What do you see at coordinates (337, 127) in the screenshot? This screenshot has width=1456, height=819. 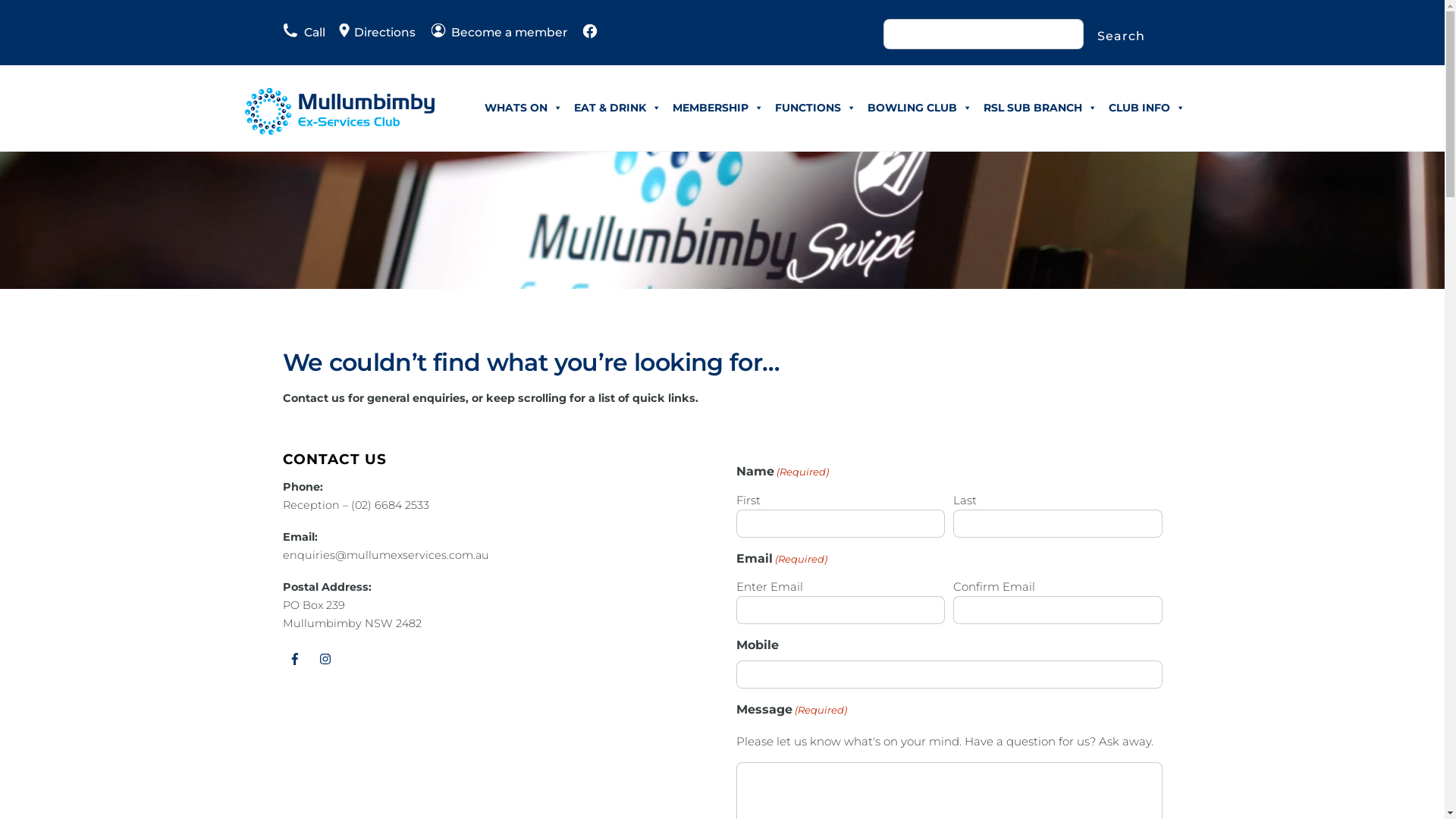 I see `'Mullumbimby Ex-Services Club'` at bounding box center [337, 127].